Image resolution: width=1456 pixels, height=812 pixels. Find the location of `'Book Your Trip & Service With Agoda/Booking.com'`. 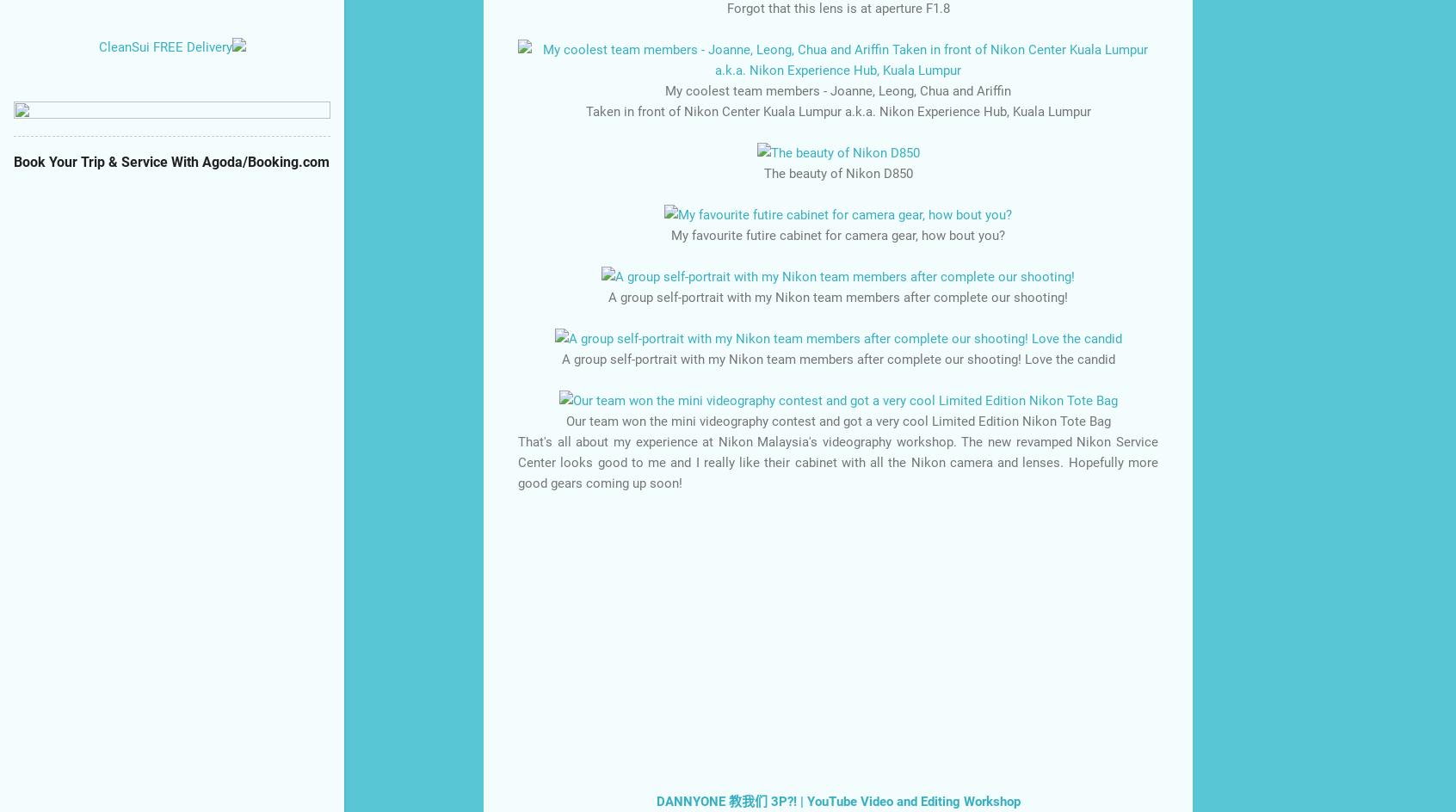

'Book Your Trip & Service With Agoda/Booking.com' is located at coordinates (170, 161).